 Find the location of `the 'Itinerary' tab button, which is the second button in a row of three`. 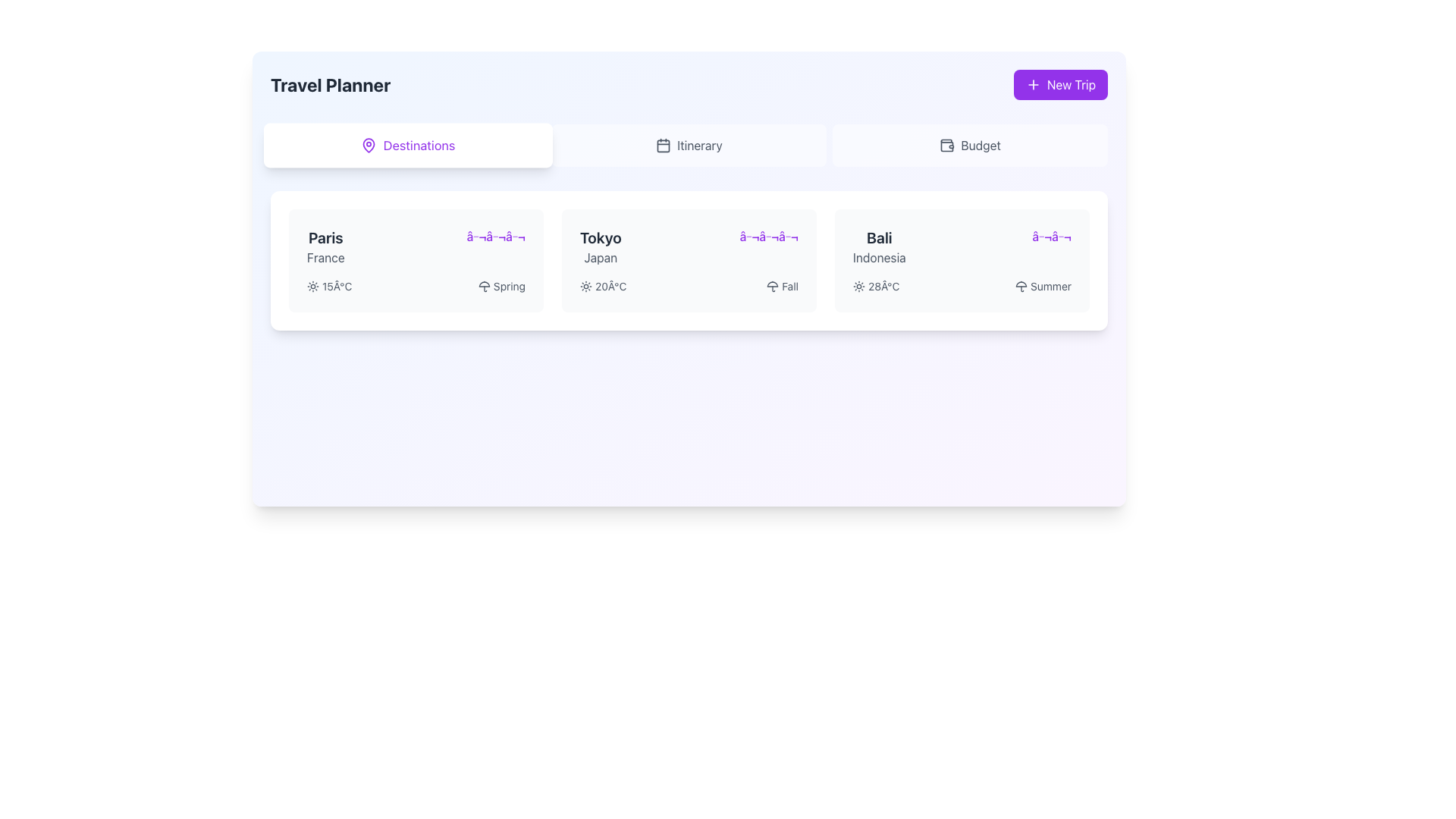

the 'Itinerary' tab button, which is the second button in a row of three is located at coordinates (688, 146).